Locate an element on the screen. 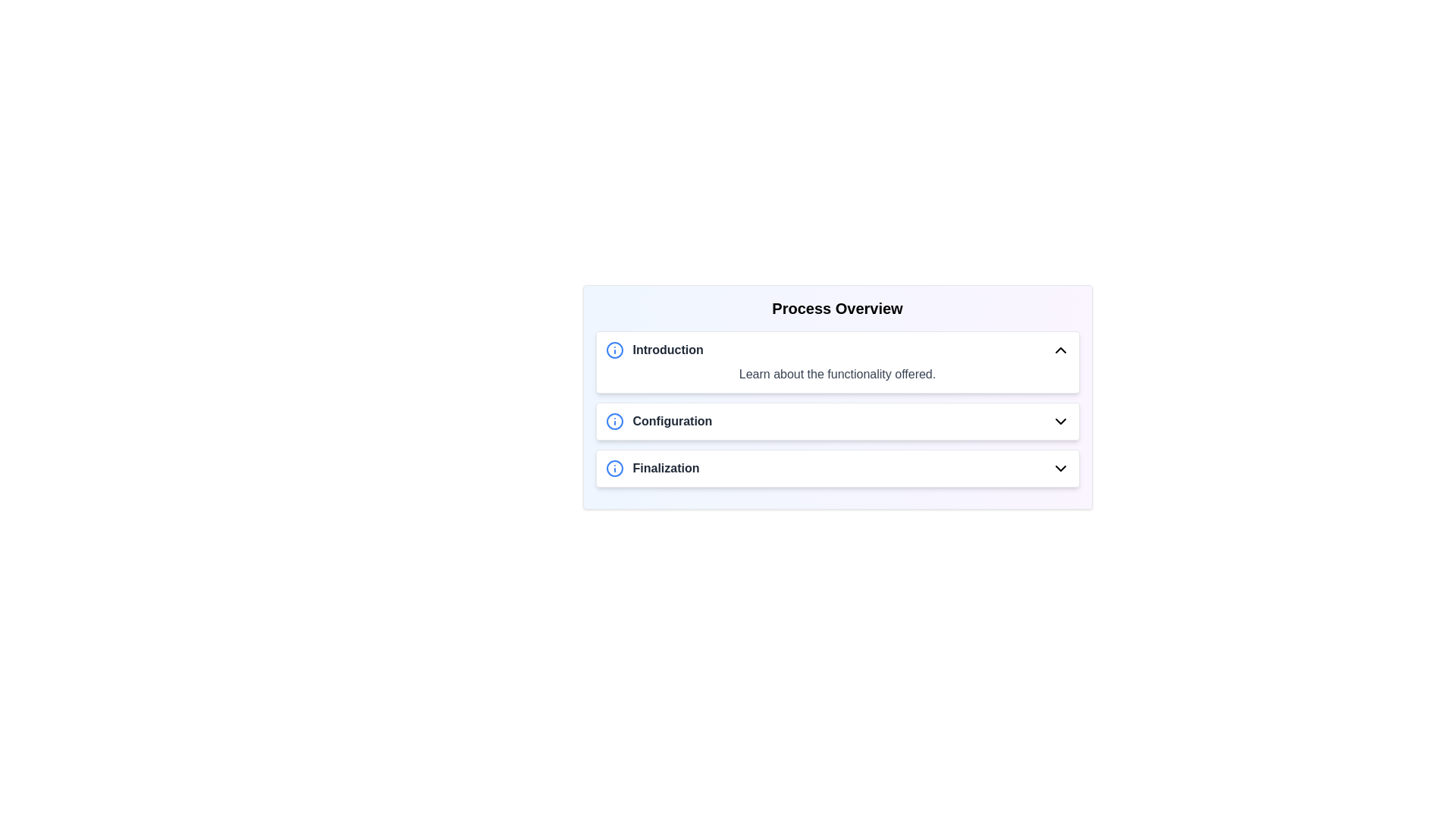 The width and height of the screenshot is (1456, 819). the 'Introduction' text label which is styled in bold, dark gray, positioned to the right of a blue information icon is located at coordinates (667, 350).